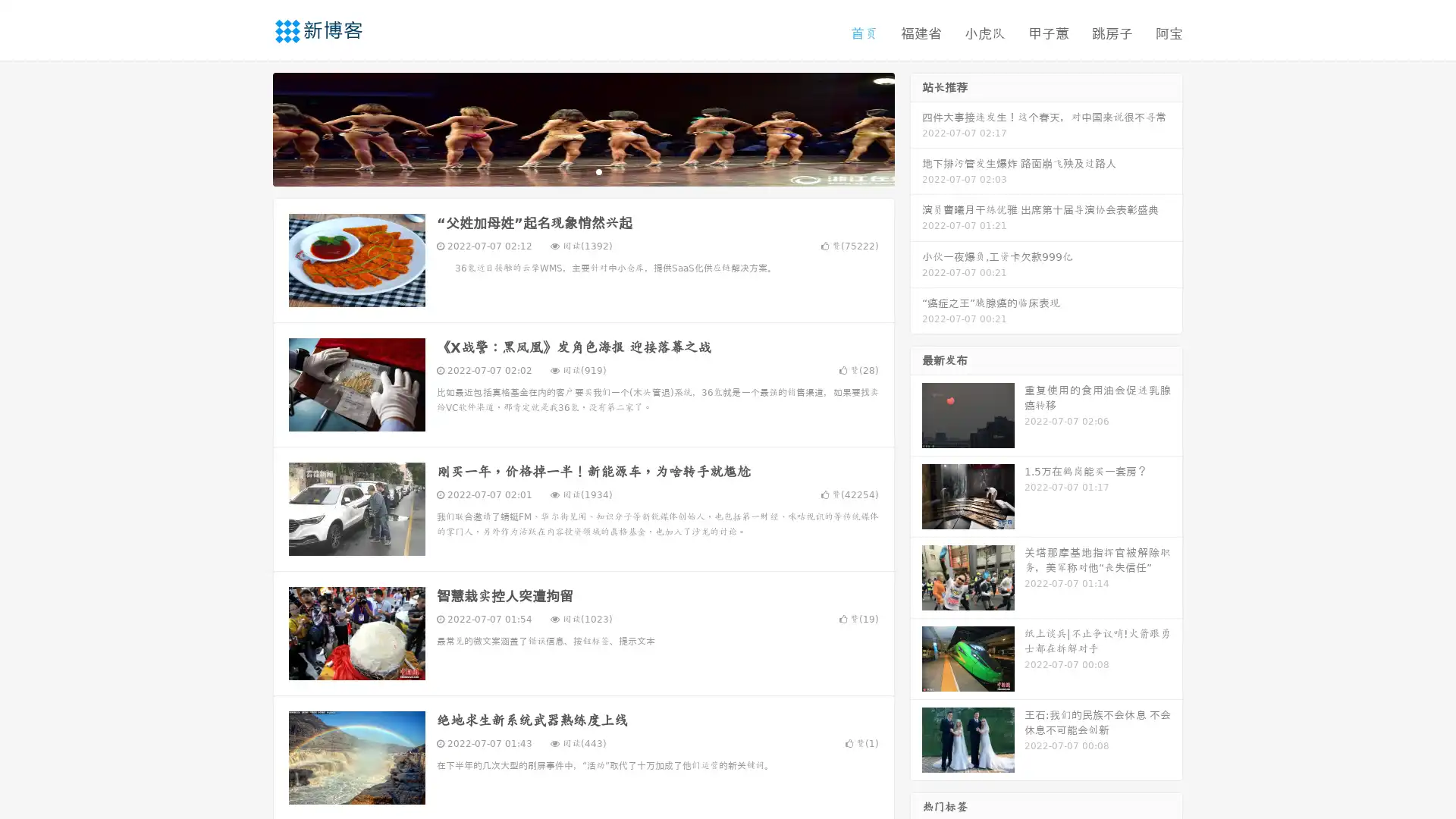  Describe the element at coordinates (250, 127) in the screenshot. I see `Previous slide` at that location.